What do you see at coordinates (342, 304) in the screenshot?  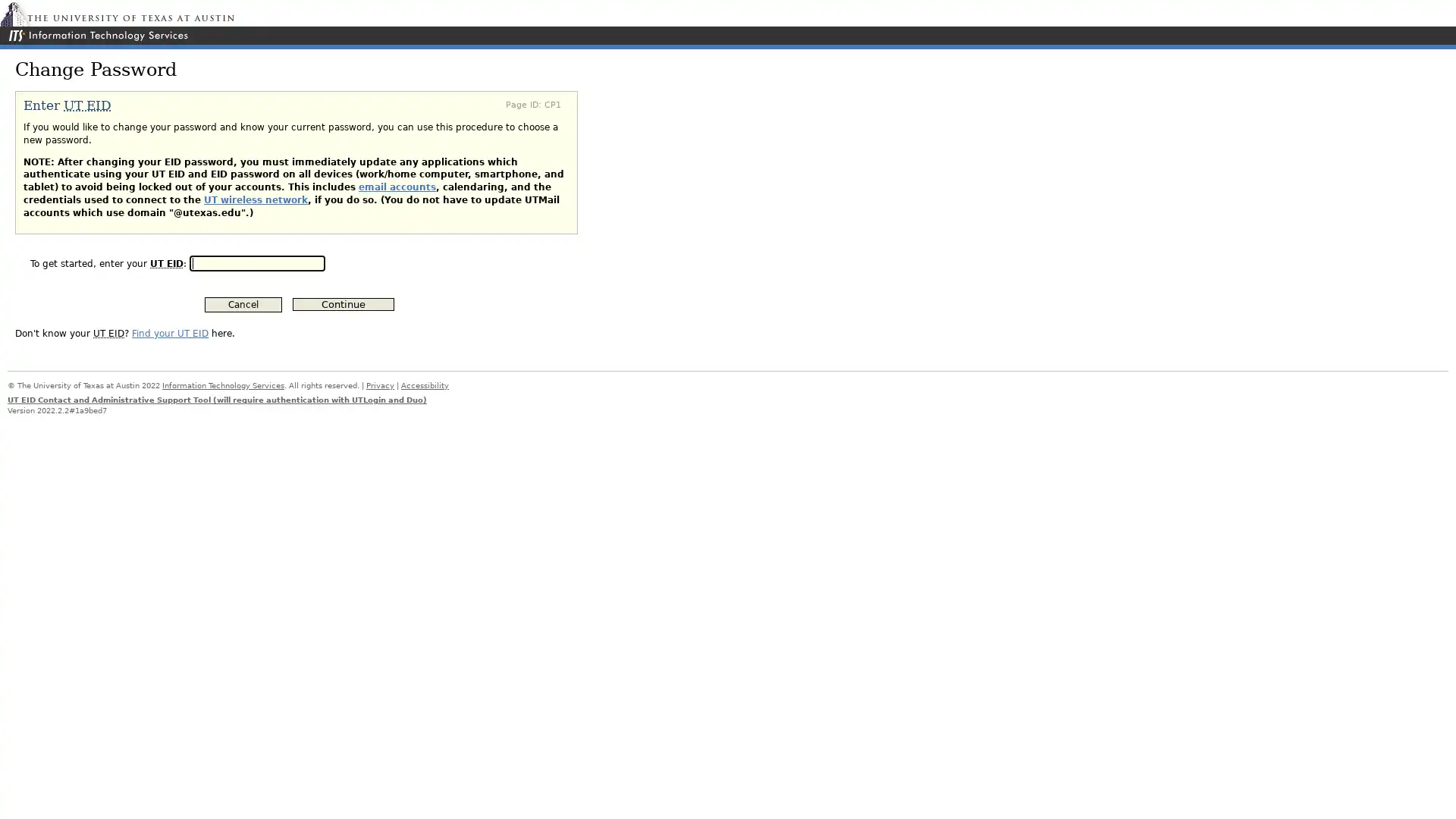 I see `Continue` at bounding box center [342, 304].